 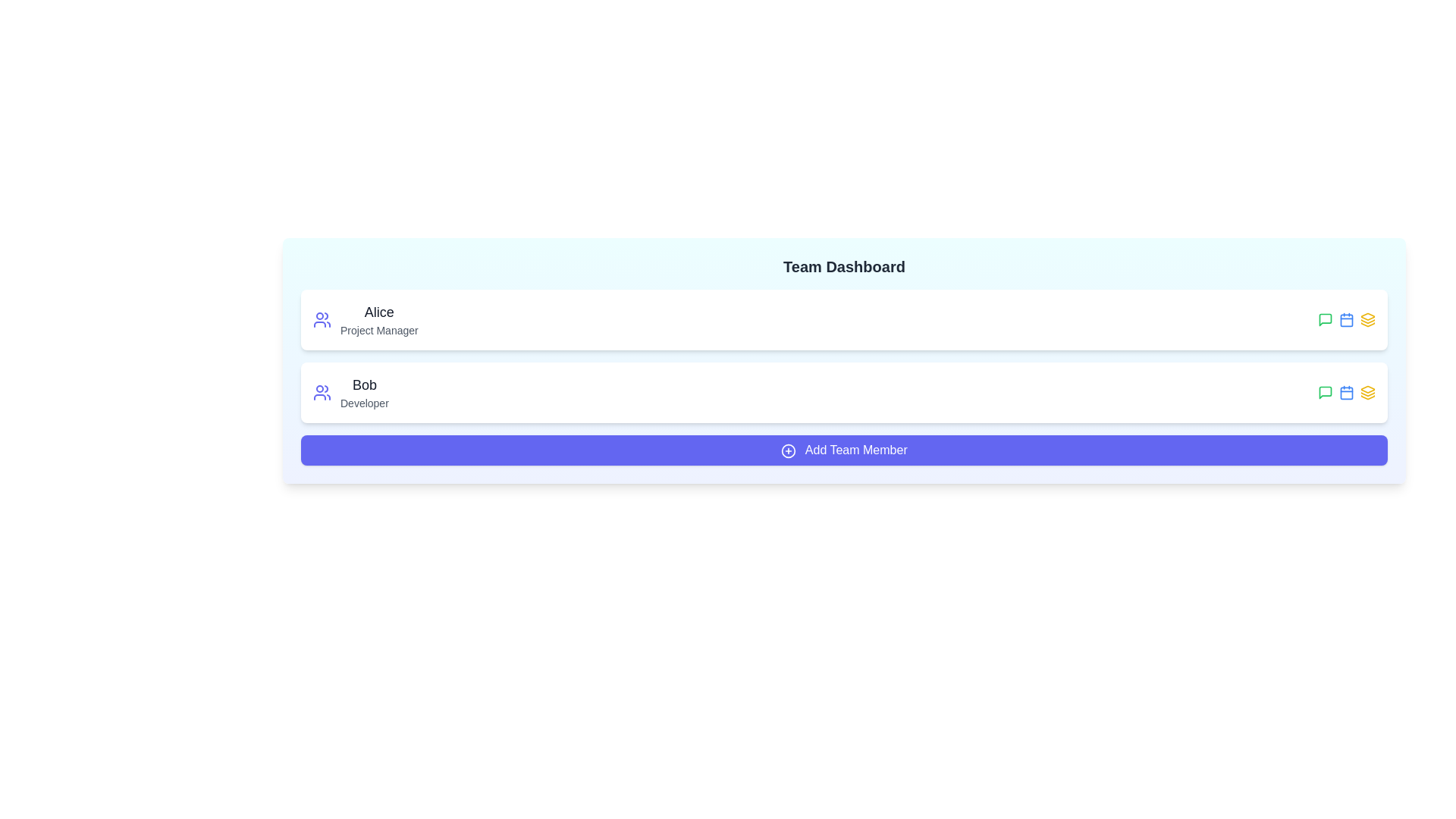 What do you see at coordinates (1324, 318) in the screenshot?
I see `the outlined green message bubble icon located on the right side of the row for 'Bob - Developer'` at bounding box center [1324, 318].